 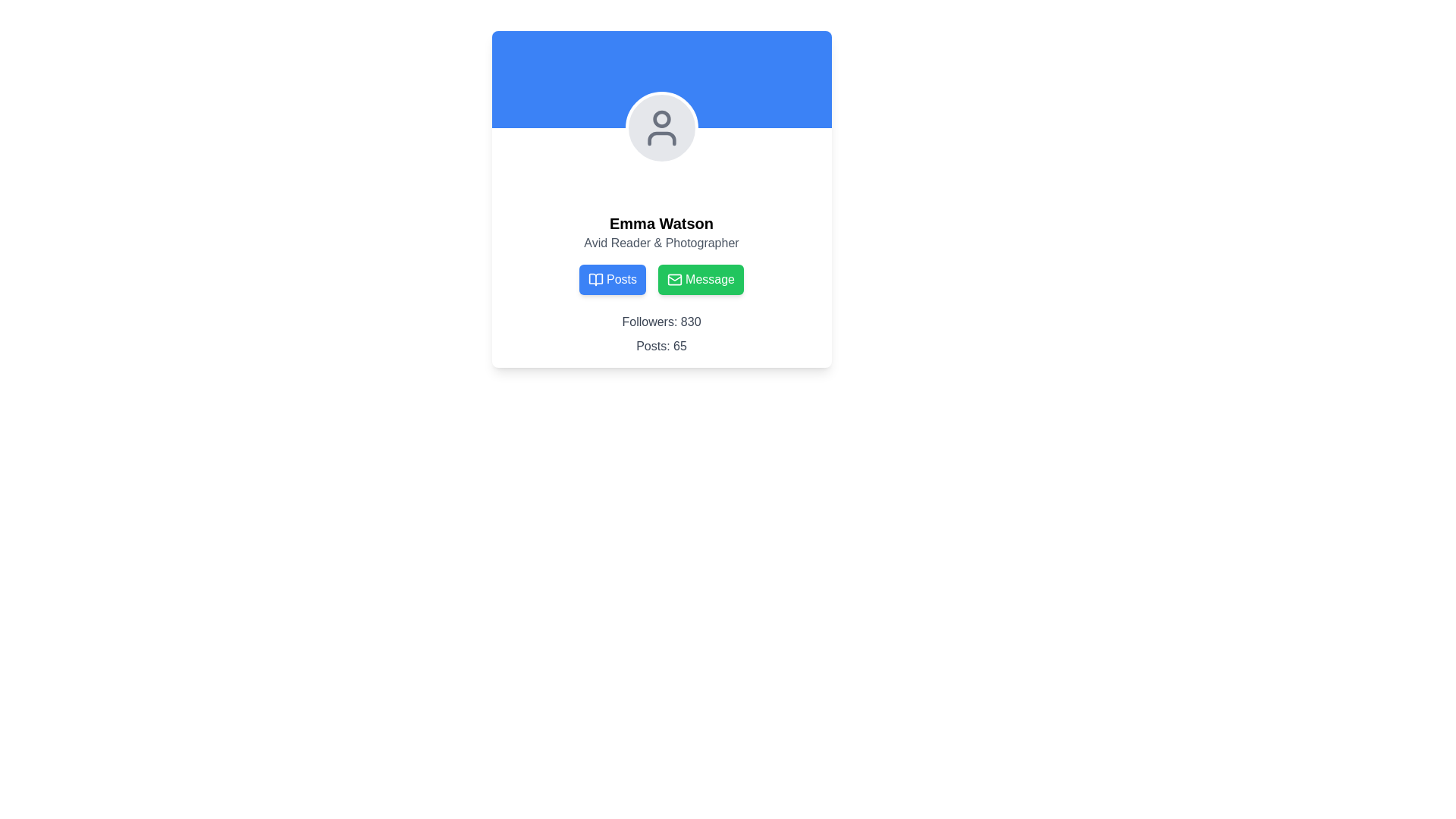 What do you see at coordinates (661, 223) in the screenshot?
I see `the text element displaying the name 'Emma Watson', which is located at the top-left-center of its profile card` at bounding box center [661, 223].